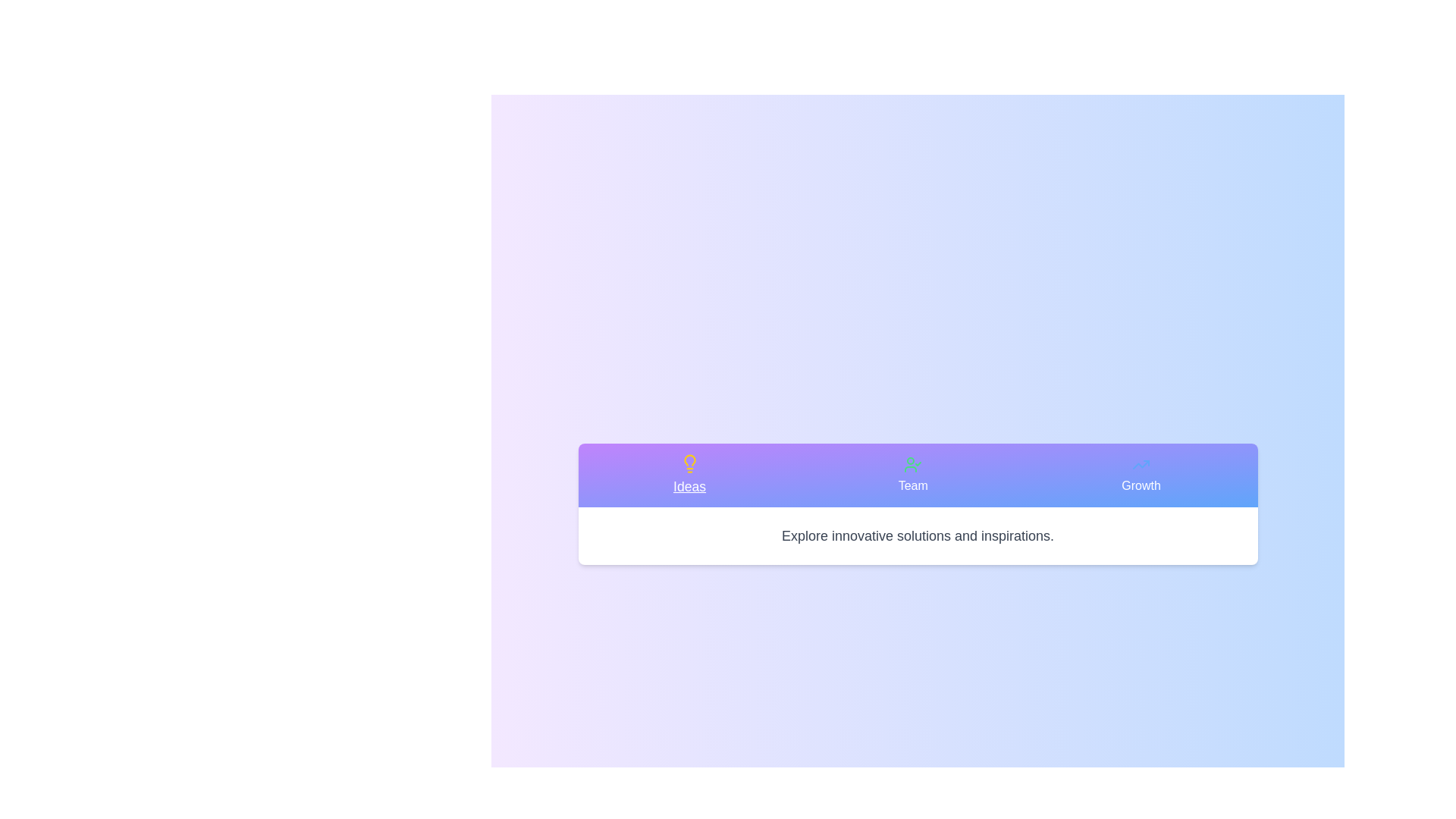 The width and height of the screenshot is (1456, 819). I want to click on the tab labeled Ideas, so click(689, 475).